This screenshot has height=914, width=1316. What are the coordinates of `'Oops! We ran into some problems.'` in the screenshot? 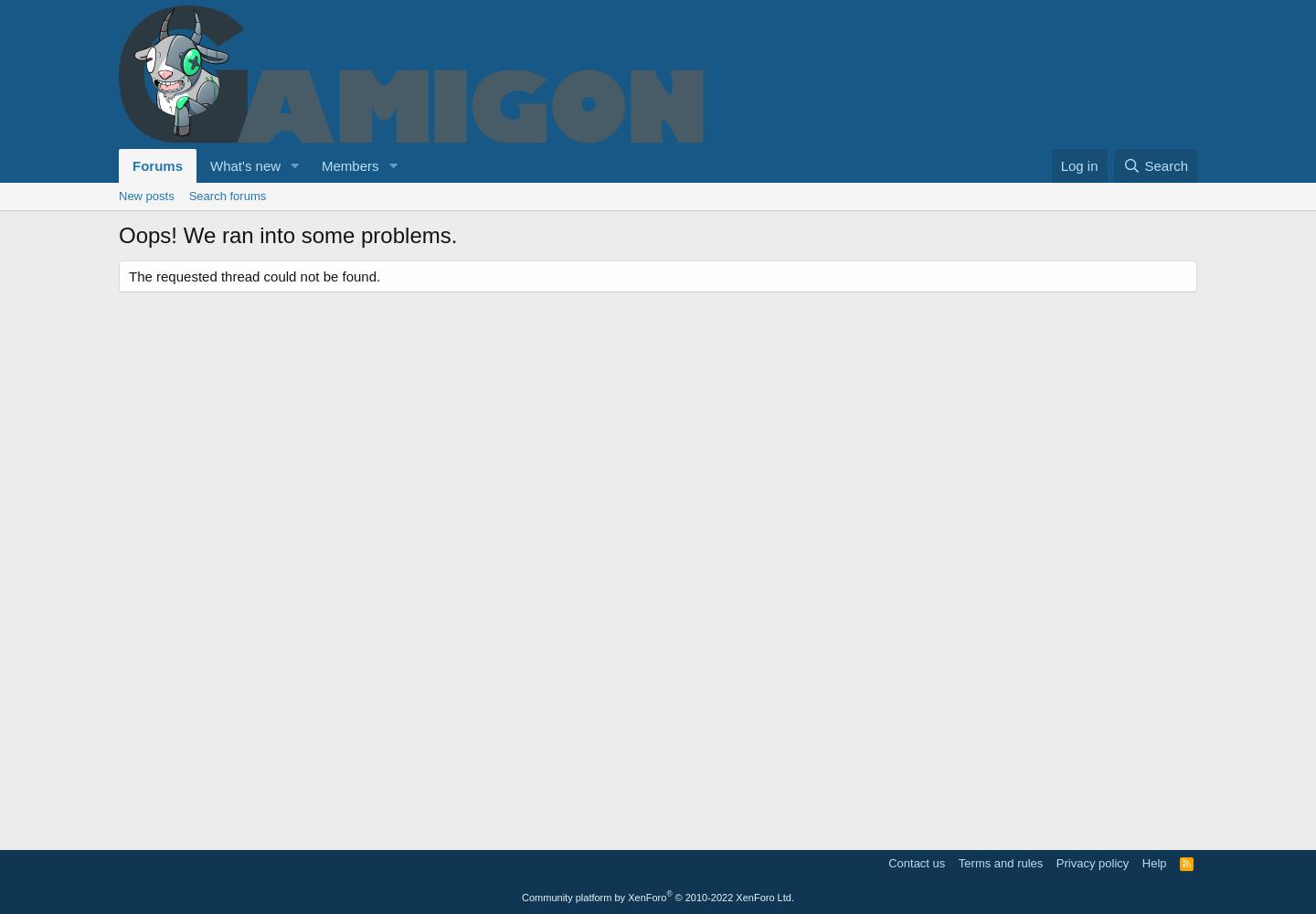 It's located at (288, 235).